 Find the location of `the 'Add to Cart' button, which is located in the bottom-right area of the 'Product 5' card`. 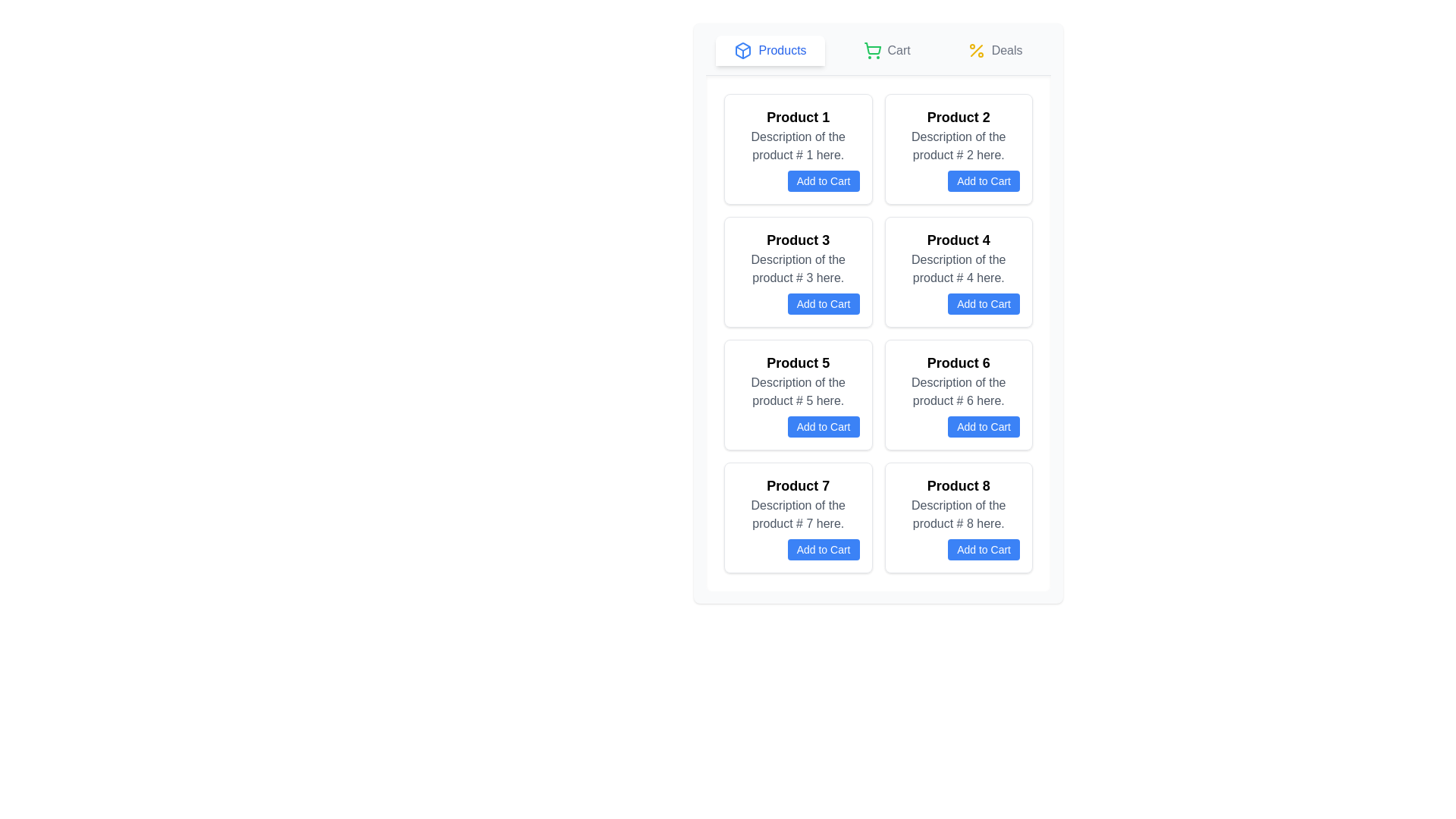

the 'Add to Cart' button, which is located in the bottom-right area of the 'Product 5' card is located at coordinates (797, 427).